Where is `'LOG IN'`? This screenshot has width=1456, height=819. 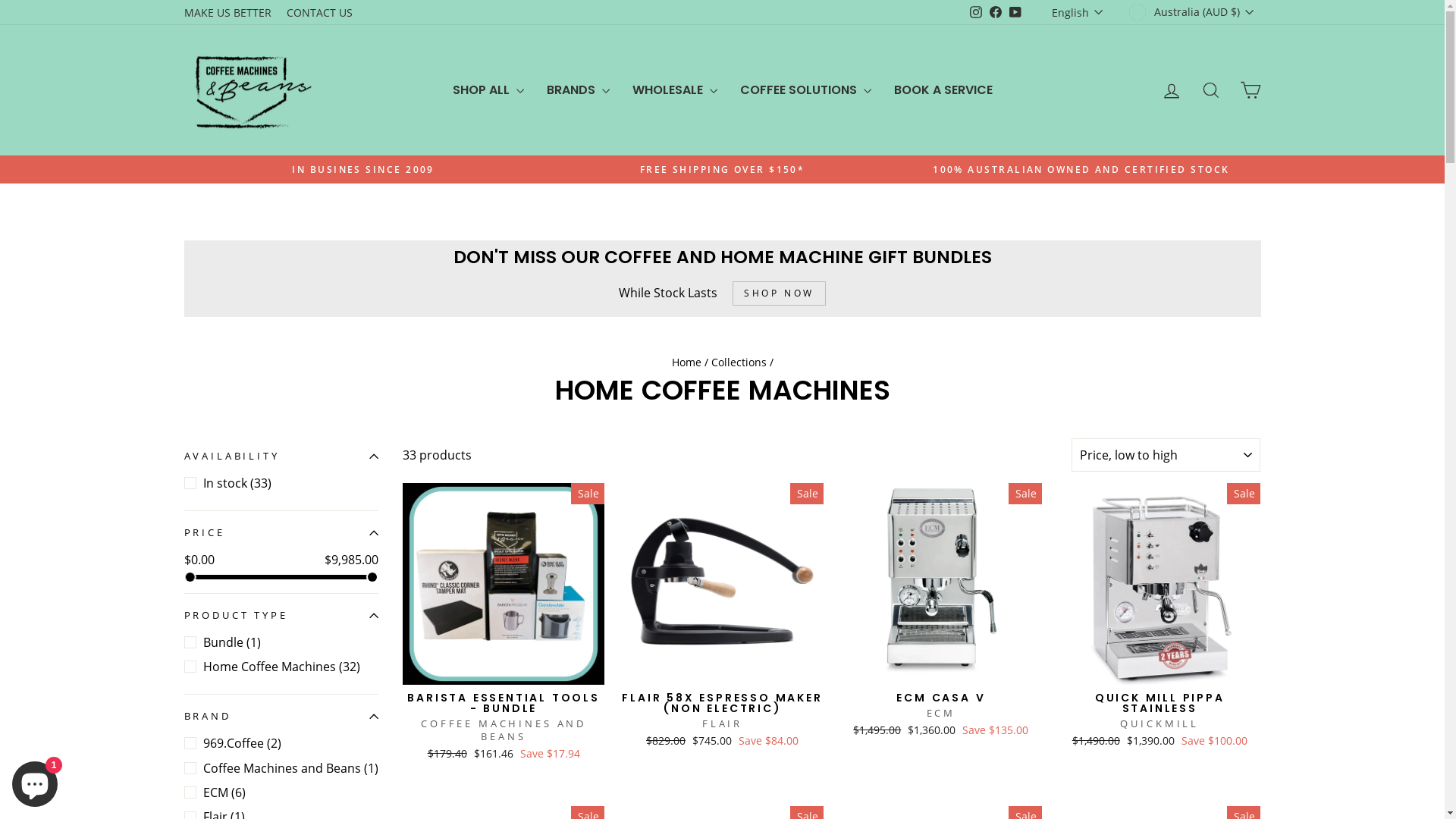 'LOG IN' is located at coordinates (1170, 90).